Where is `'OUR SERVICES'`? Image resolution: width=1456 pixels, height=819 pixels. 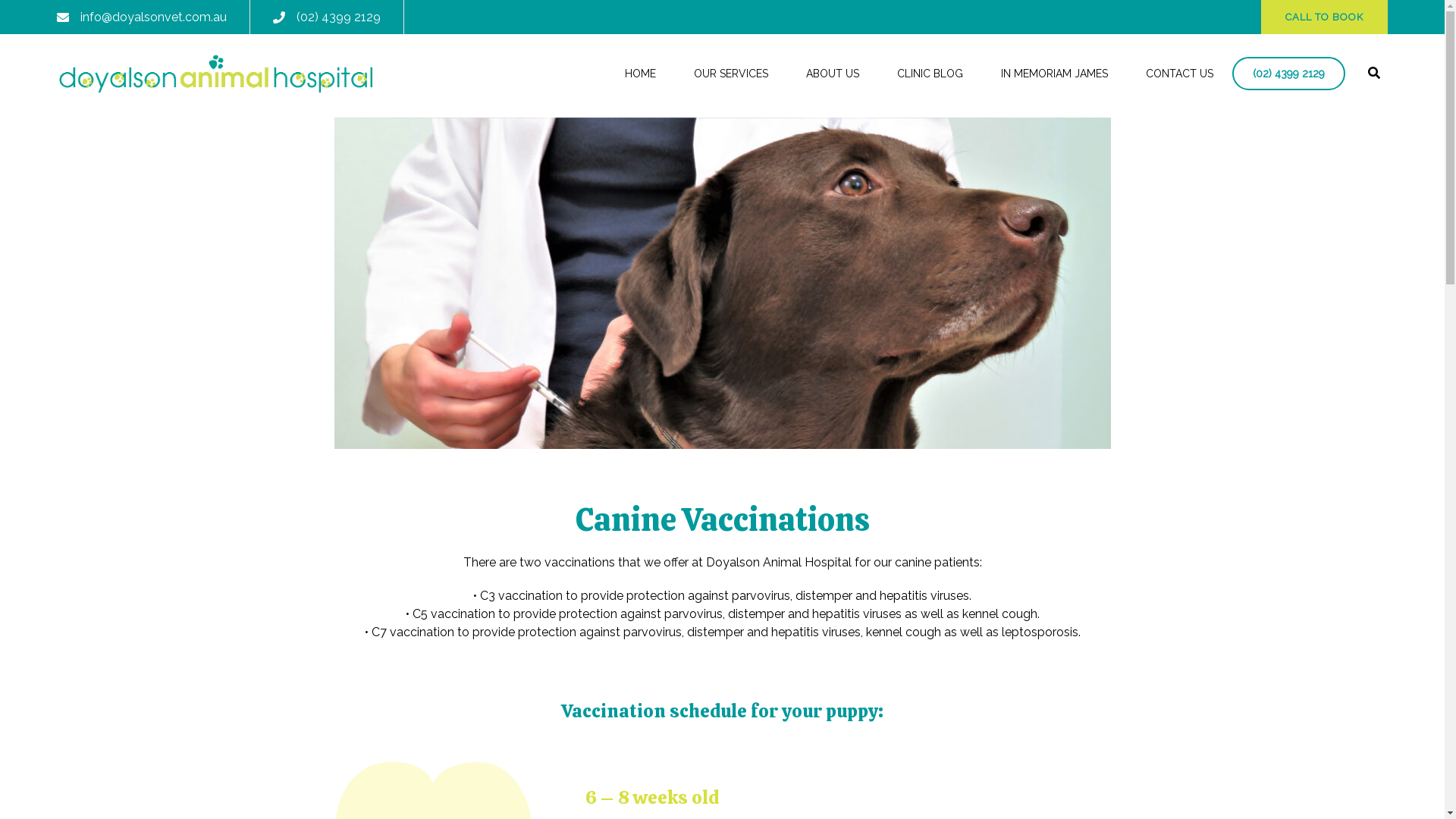
'OUR SERVICES' is located at coordinates (731, 74).